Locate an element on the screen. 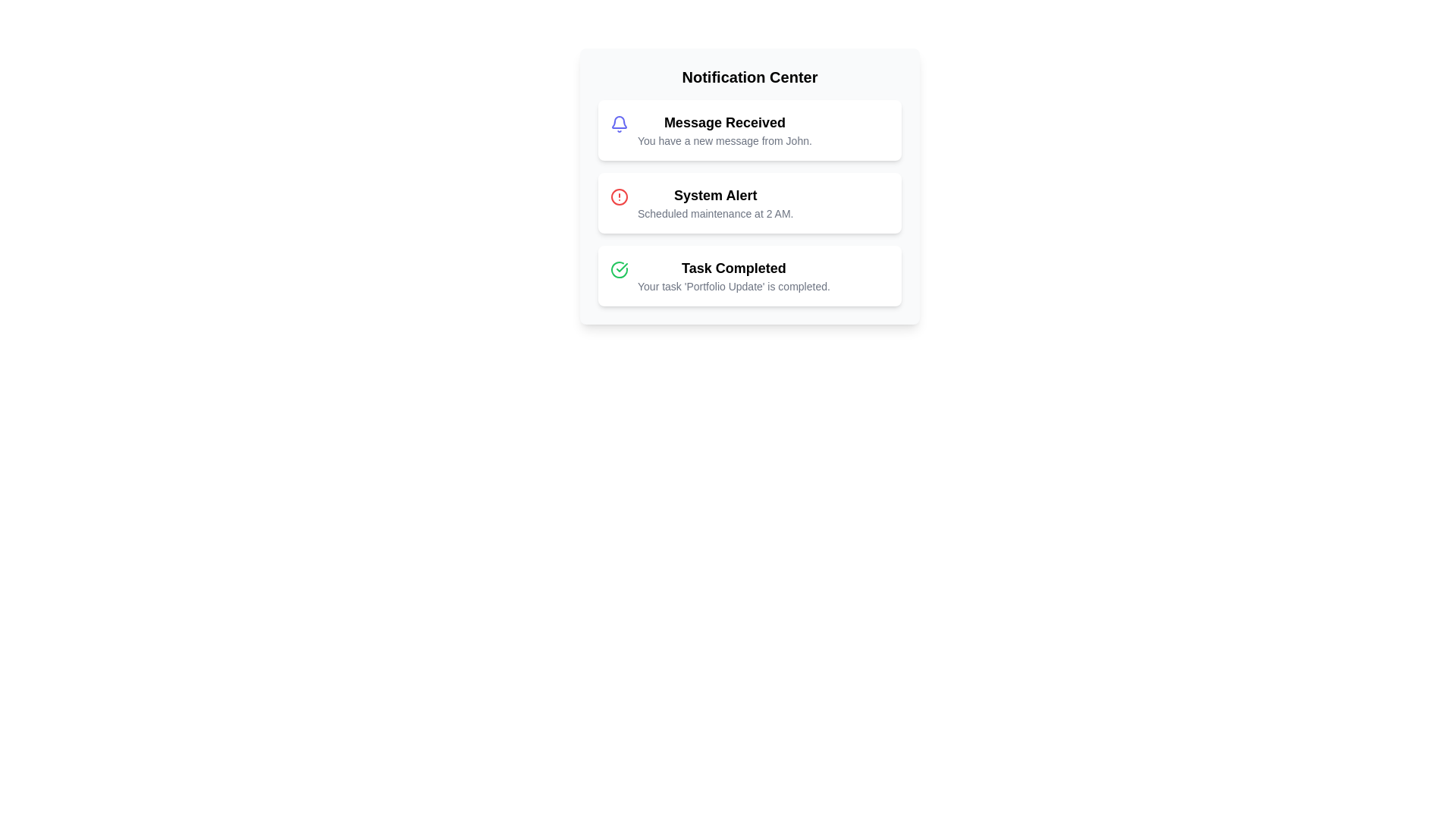  the notification titled 'Task Completed' to view its details is located at coordinates (749, 275).